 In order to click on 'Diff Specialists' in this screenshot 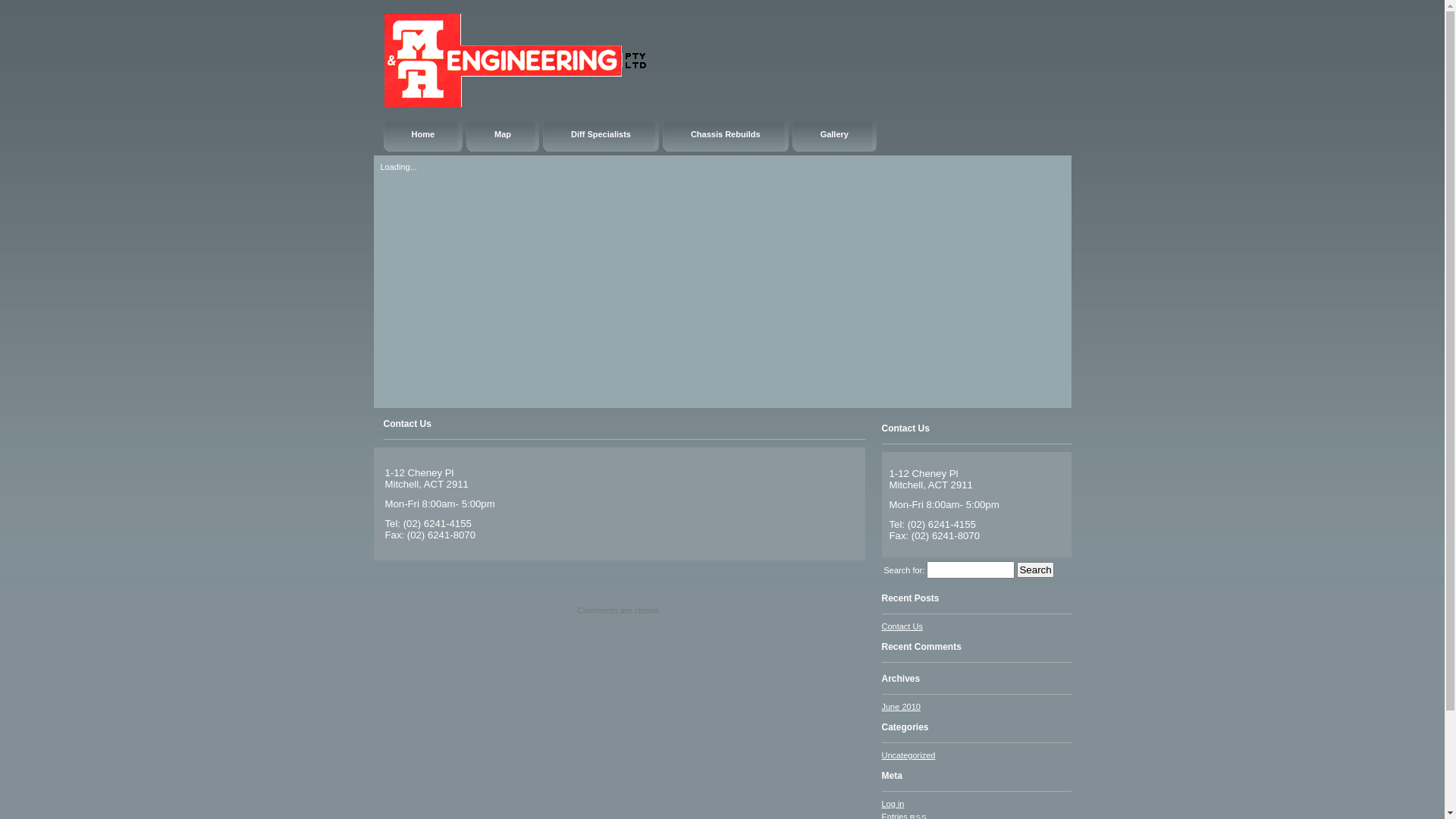, I will do `click(542, 136)`.